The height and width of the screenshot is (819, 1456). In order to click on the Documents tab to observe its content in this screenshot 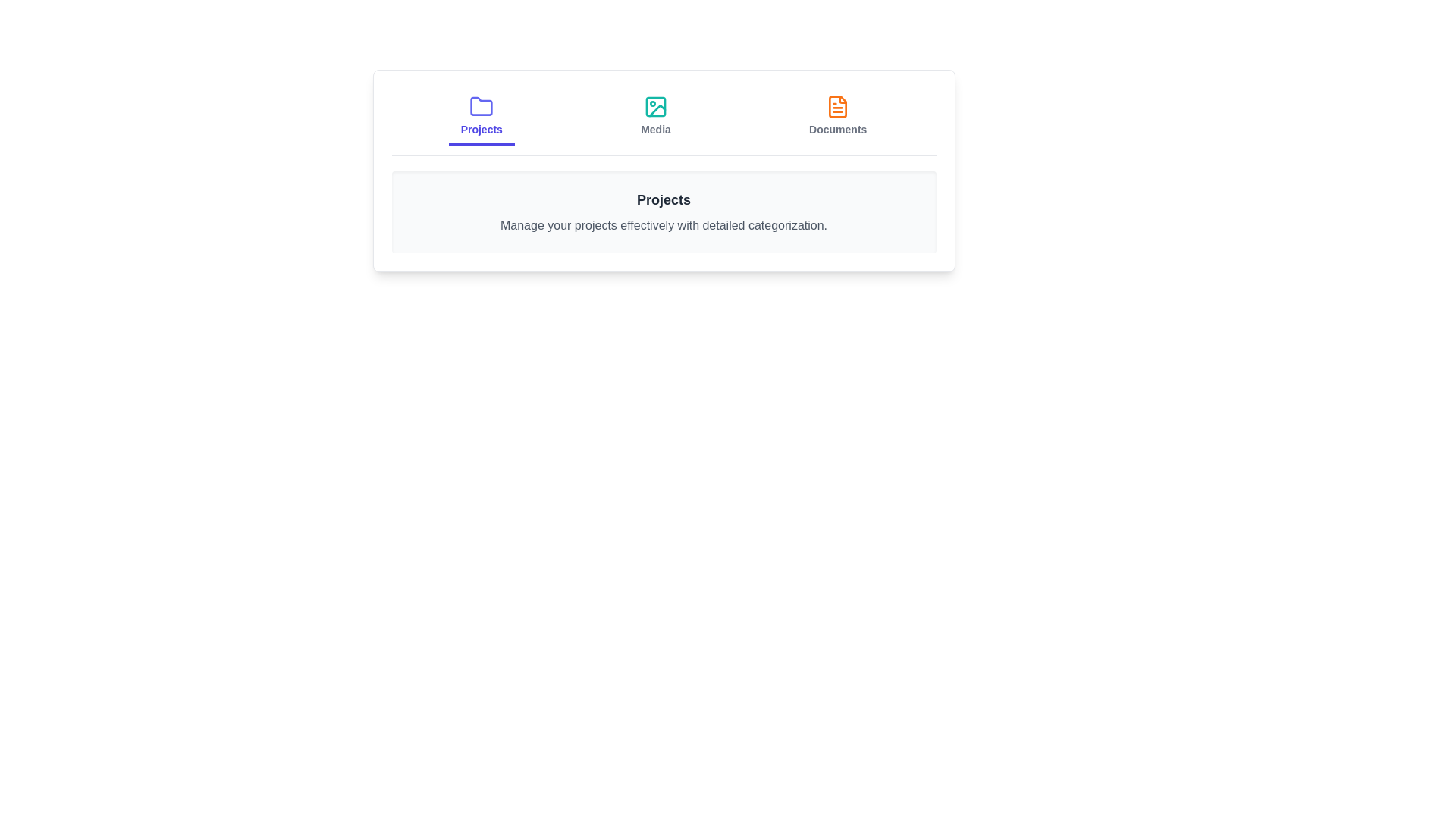, I will do `click(837, 116)`.